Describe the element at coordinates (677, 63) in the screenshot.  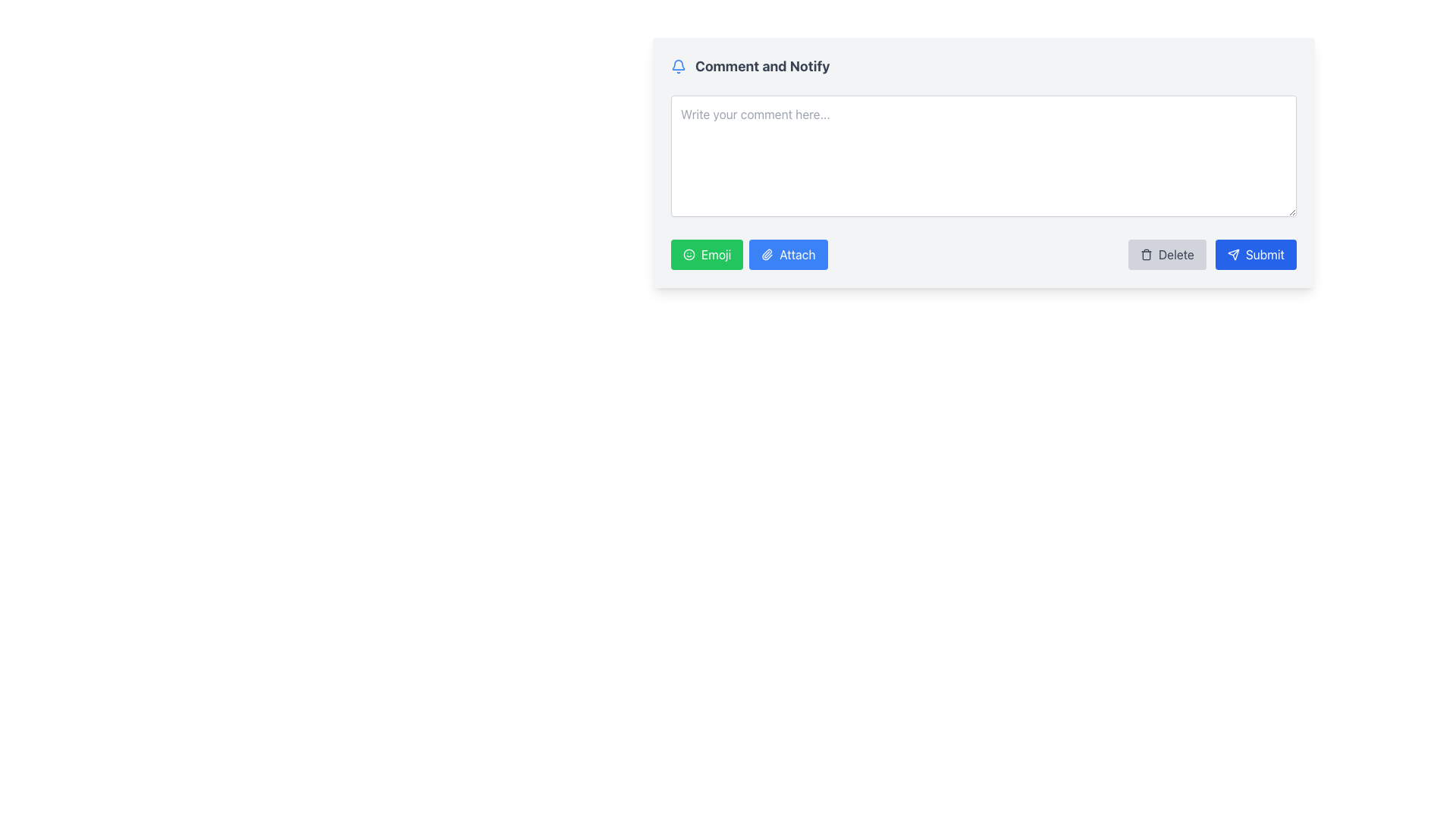
I see `the notification bell icon located at the top-left side of the comment box header` at that location.